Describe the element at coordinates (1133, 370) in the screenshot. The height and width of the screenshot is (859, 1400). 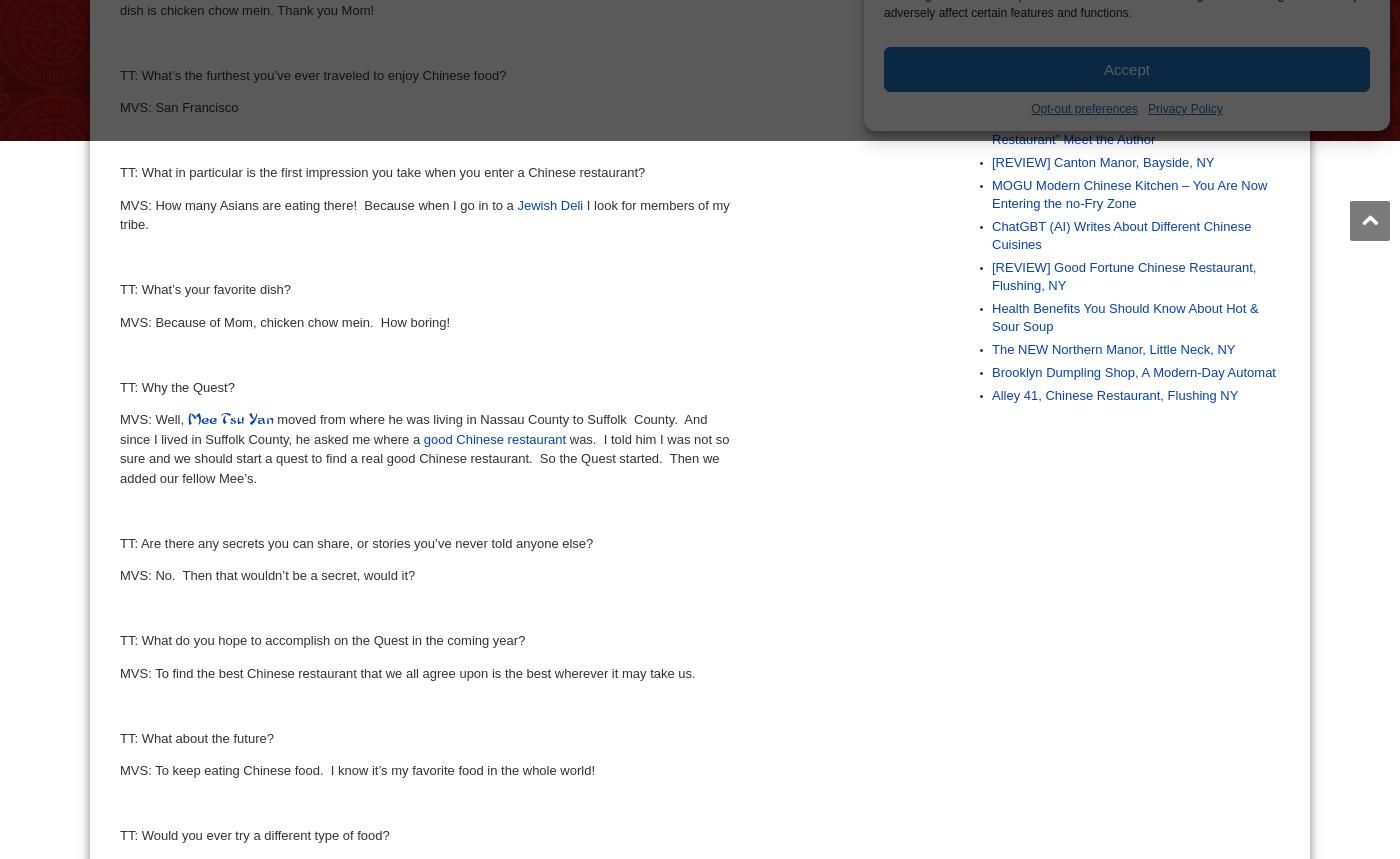
I see `'Brooklyn Dumpling Shop, A Modern-Day Automat'` at that location.